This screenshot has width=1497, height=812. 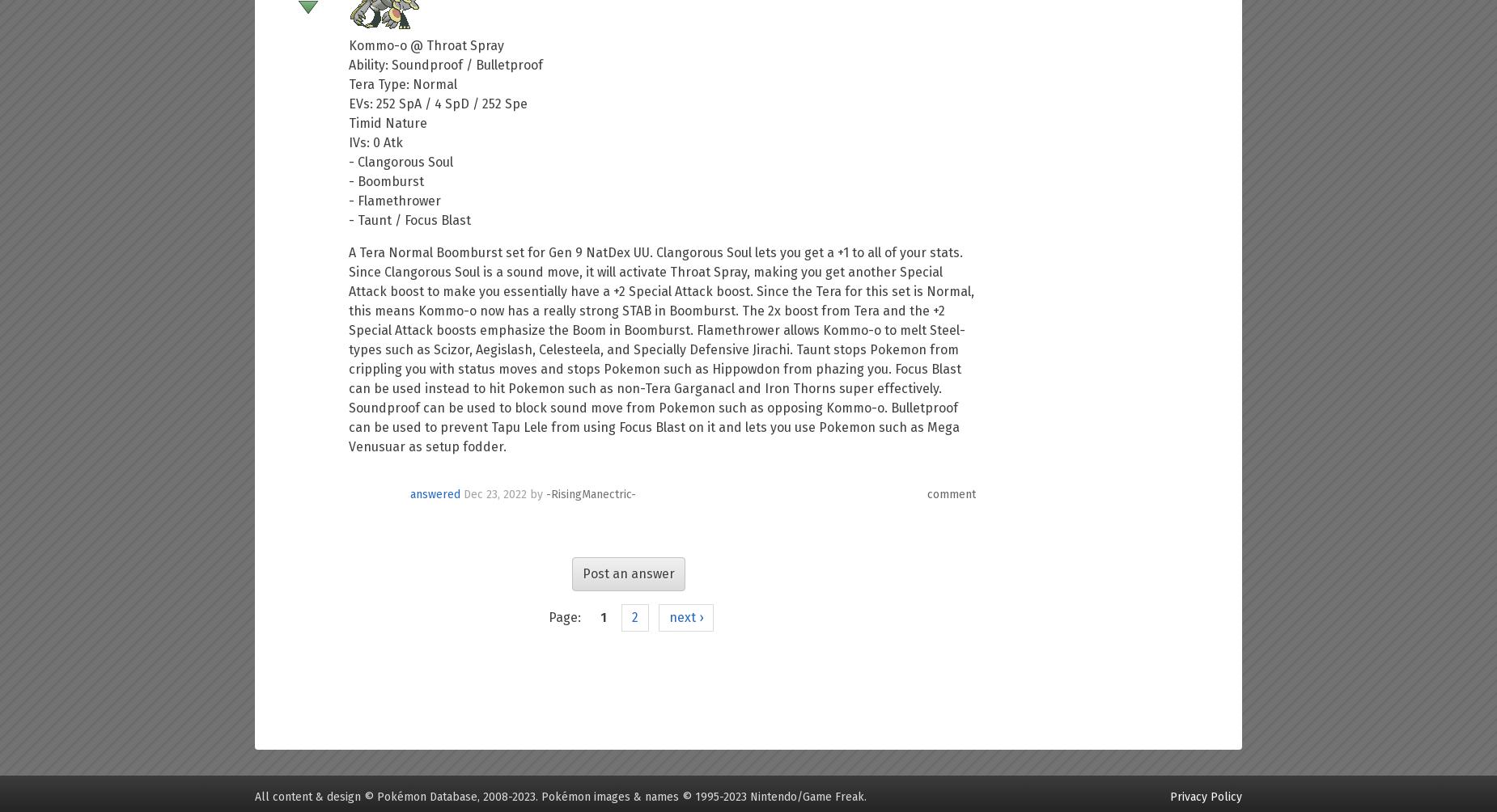 I want to click on 'A Tera Normal Boomburst set for Gen 9 NatDex UU. Clangorous Soul lets you get a +1 to all of your stats. Since Clangorous Soul is a sound move, it will activate Throat Spray, making you get another Special Attack boost to make you essentially have a +2 Special Attack boost. Since the Tera for this set is Normal, this means Kommo-o now has a really strong STAB in Boomburst. The 2x boost from Tera and the +2 Special Attack boosts emphasize the Boom in Boomburst. Flamethrower allows Kommo-o to melt Steel-types such as Scizor, Aegislash, Celesteela, and Specially Defensive Jirachi. Taunt stops Pokemon from crippling you with status moves and stops Pokemon such as Hippowdon from phazing you. Focus Blast can be used instead to hit Pokemon such as non-Tera Garganacl and Iron Thorns super effectively. Soundproof can be used to block sound move from Pokemon such as opposing Kommo-o. Bulletproof can be used to prevent Tapu Lele from using Focus Blast on it and lets you use Pokemon such as Mega Venusuar as setup fodder.', so click(x=661, y=349).